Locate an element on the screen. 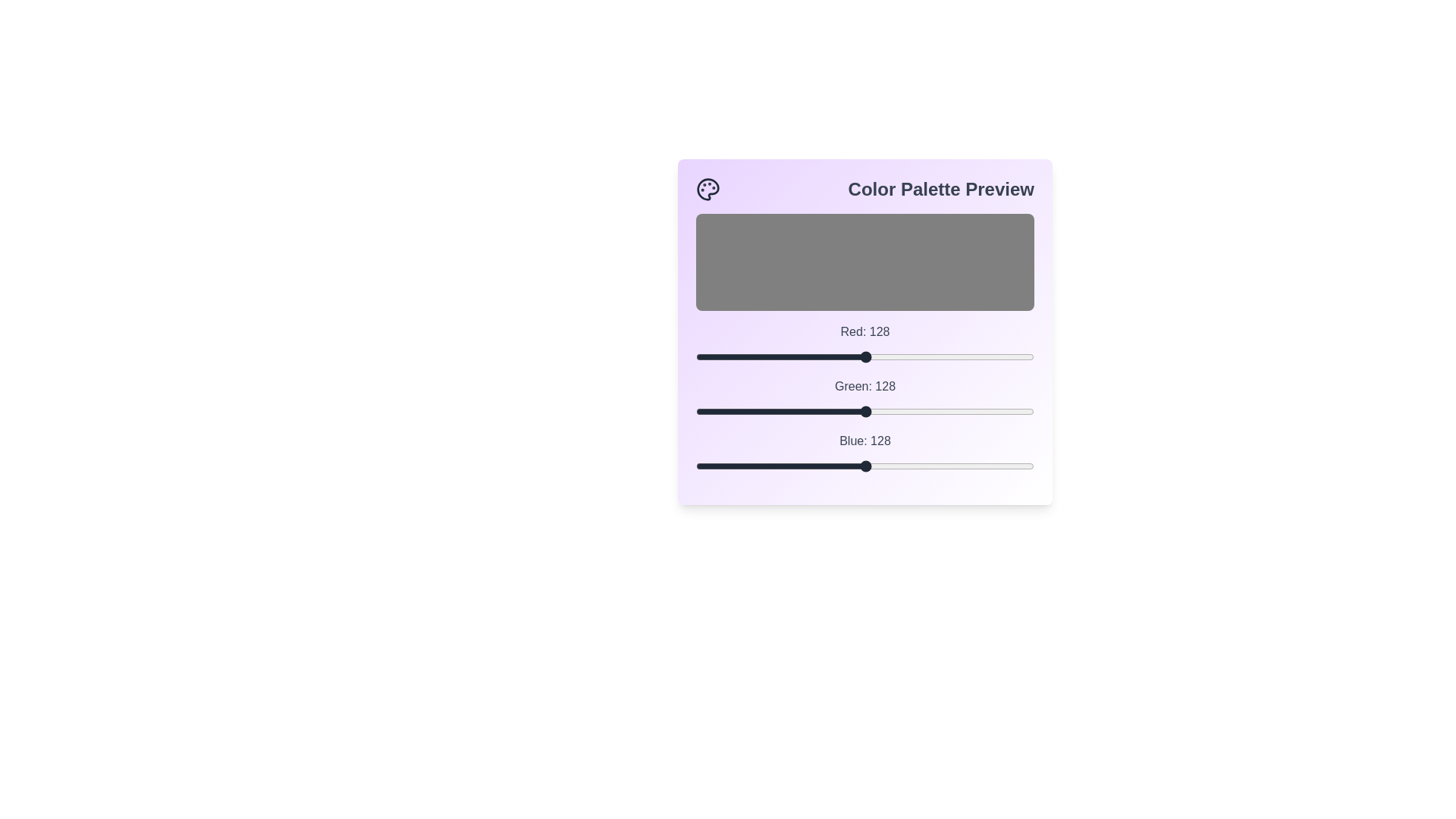  the green color value is located at coordinates (734, 412).